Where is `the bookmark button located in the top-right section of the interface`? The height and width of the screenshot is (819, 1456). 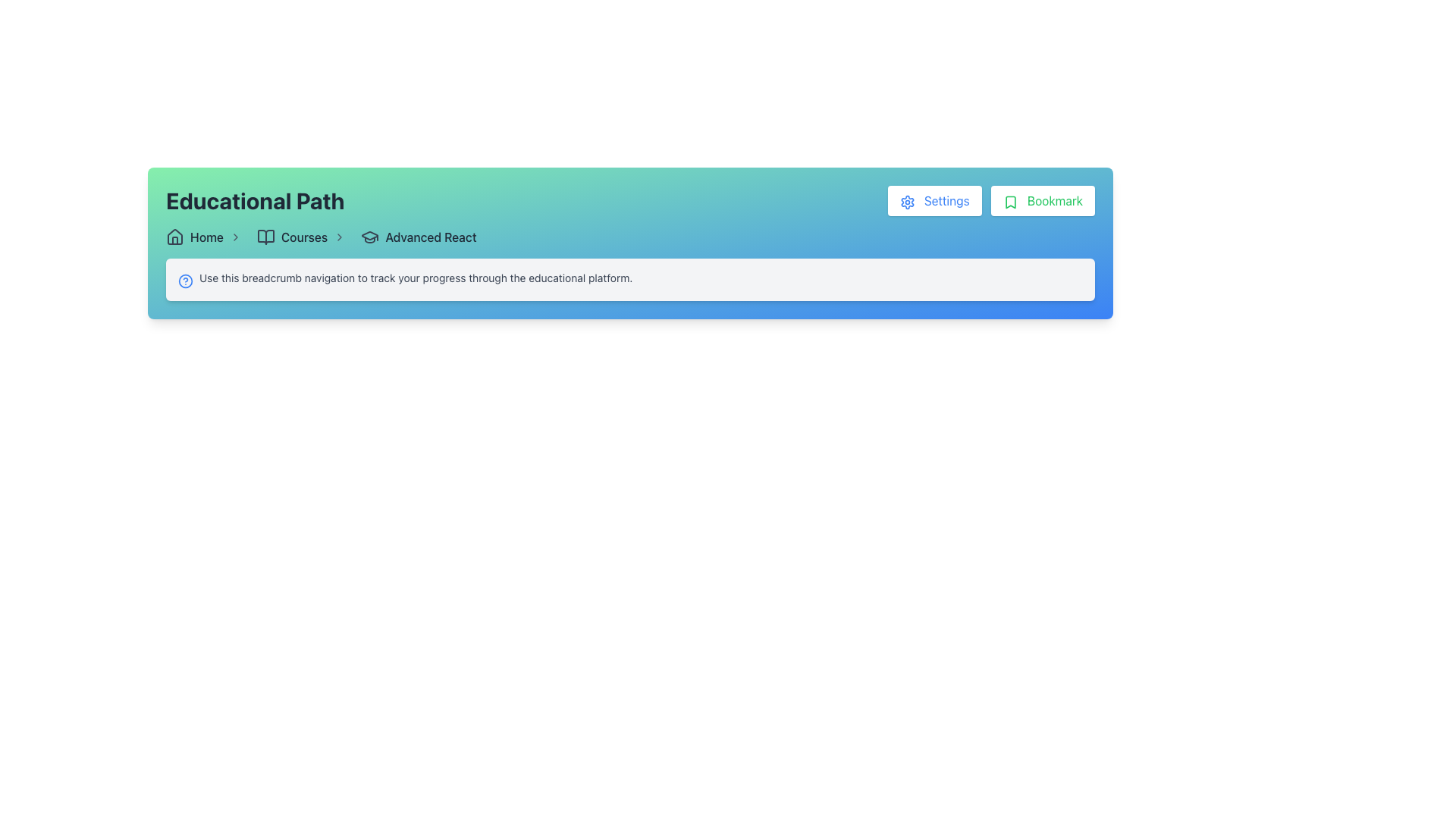 the bookmark button located in the top-right section of the interface is located at coordinates (1041, 200).